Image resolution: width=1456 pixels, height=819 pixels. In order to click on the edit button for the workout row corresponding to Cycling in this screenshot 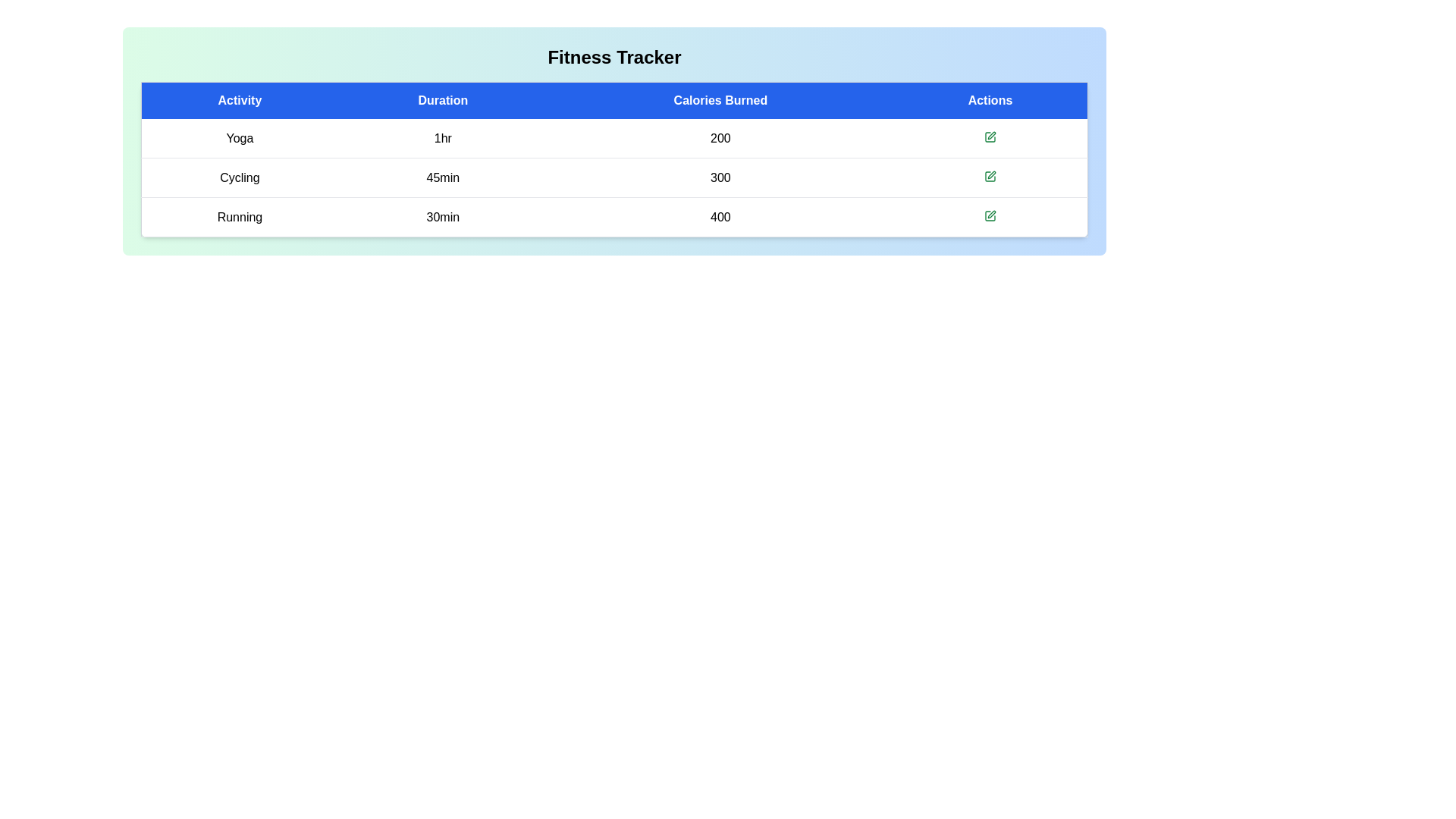, I will do `click(990, 175)`.